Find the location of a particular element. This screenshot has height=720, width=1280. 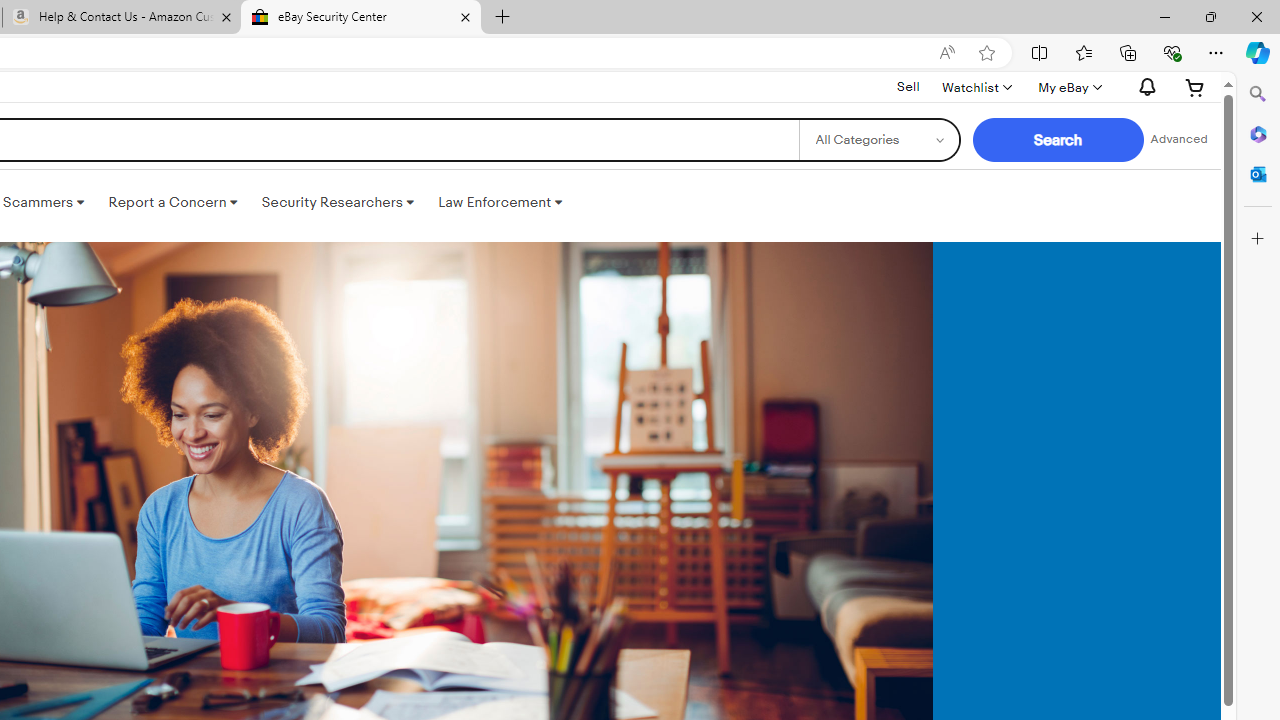

'eBay Security Center' is located at coordinates (360, 17).